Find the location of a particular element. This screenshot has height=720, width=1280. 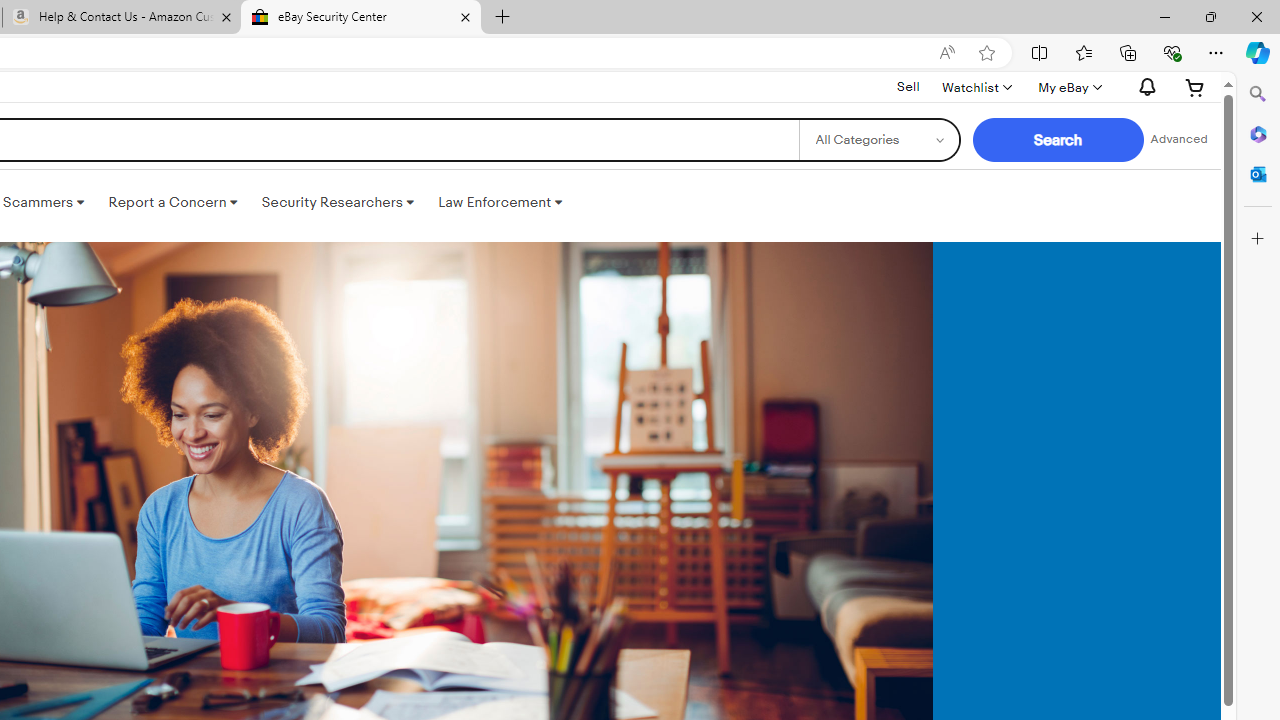

'eBay Security Center' is located at coordinates (360, 17).